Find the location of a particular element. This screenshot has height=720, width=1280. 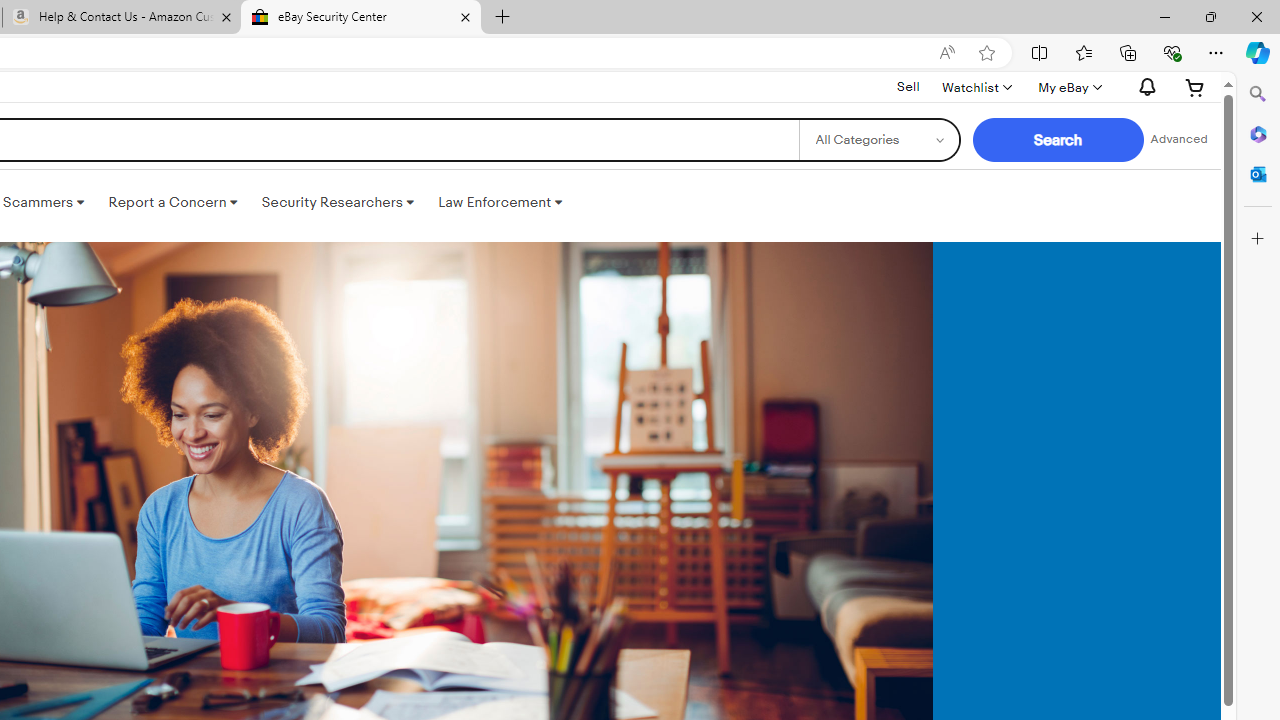

'eBay Security Center' is located at coordinates (360, 17).